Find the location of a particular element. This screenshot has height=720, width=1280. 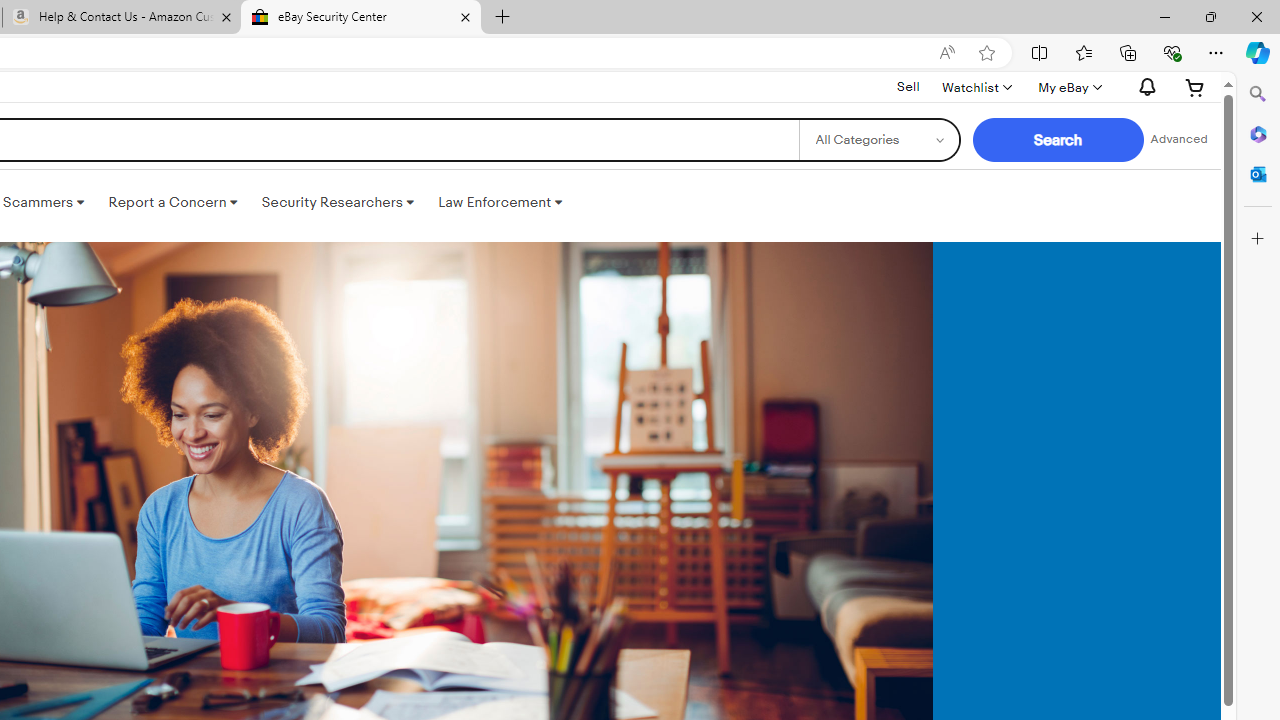

'eBay Security Center' is located at coordinates (360, 17).